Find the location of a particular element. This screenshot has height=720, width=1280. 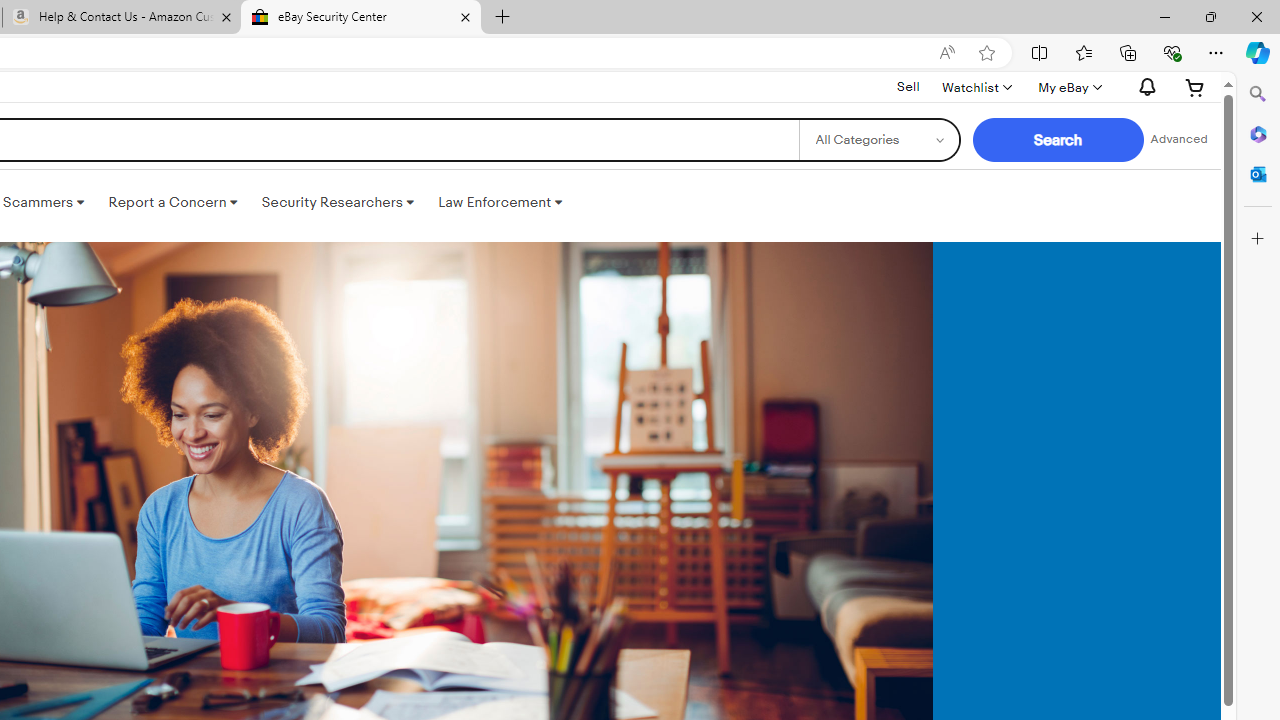

'eBay Security Center' is located at coordinates (360, 17).